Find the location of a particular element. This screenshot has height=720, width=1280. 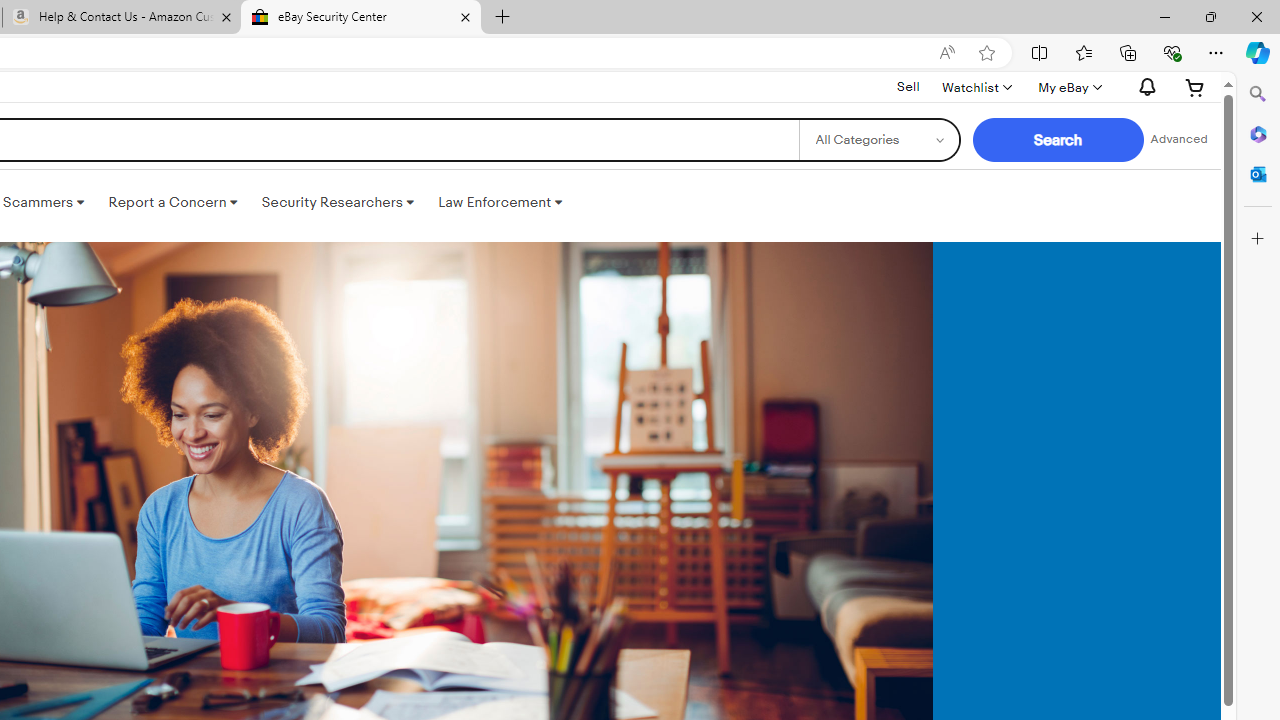

'eBay Security Center' is located at coordinates (360, 17).